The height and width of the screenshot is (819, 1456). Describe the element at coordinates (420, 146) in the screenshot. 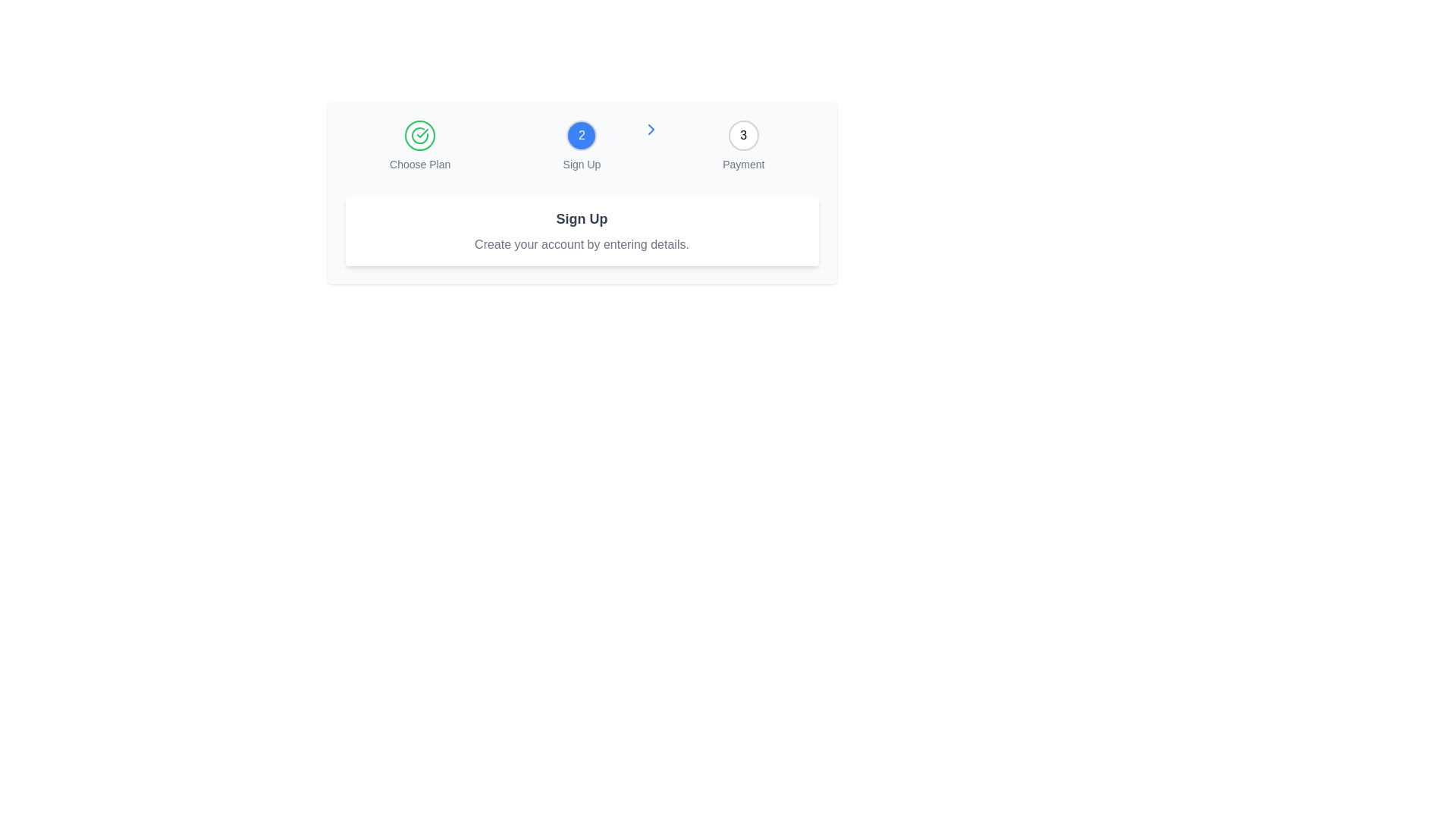

I see `text 'Choose Plan' from the circular green icon with a check mark located at the top-left section of the layout` at that location.